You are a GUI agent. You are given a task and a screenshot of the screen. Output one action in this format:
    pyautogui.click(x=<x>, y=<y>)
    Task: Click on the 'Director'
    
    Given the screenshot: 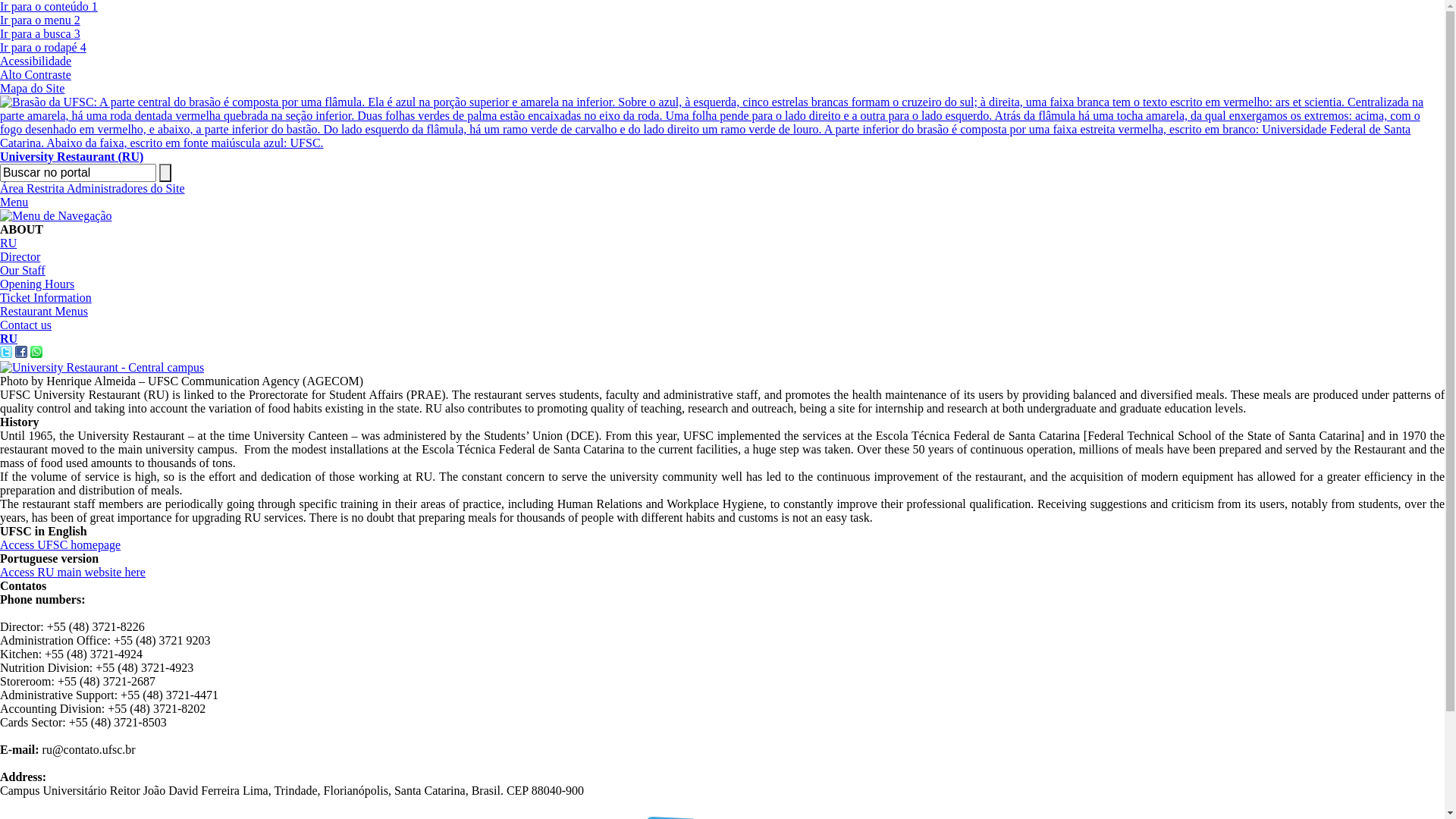 What is the action you would take?
    pyautogui.click(x=20, y=256)
    